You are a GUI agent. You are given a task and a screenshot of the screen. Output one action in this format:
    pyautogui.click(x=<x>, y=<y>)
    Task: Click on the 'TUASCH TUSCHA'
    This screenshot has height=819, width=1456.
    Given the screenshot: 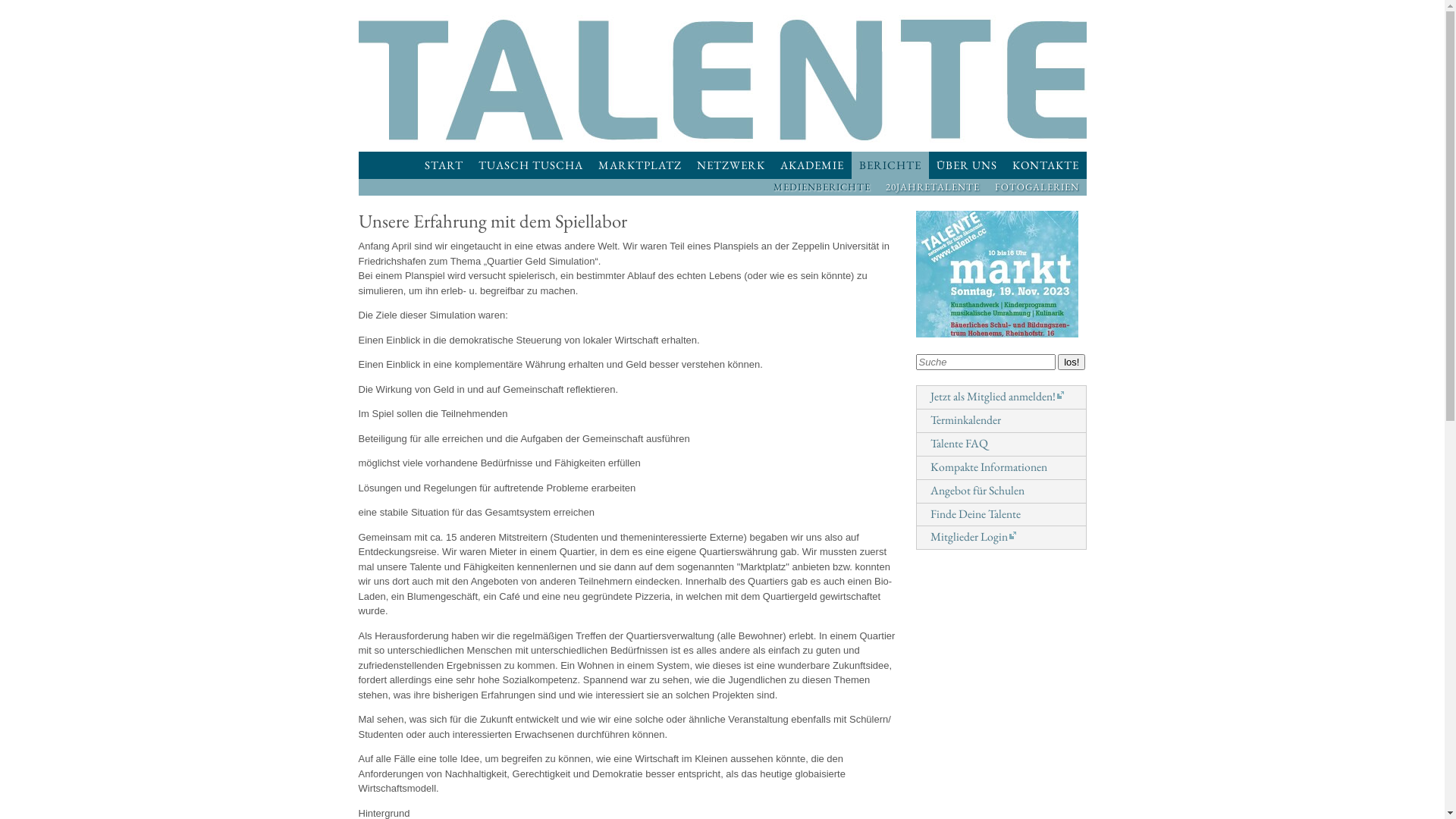 What is the action you would take?
    pyautogui.click(x=530, y=165)
    